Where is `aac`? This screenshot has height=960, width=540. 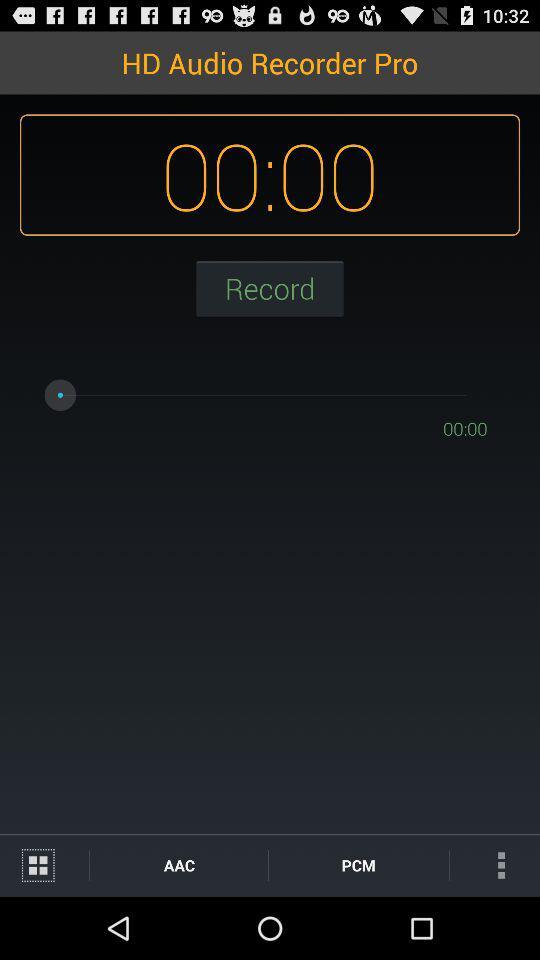
aac is located at coordinates (179, 864).